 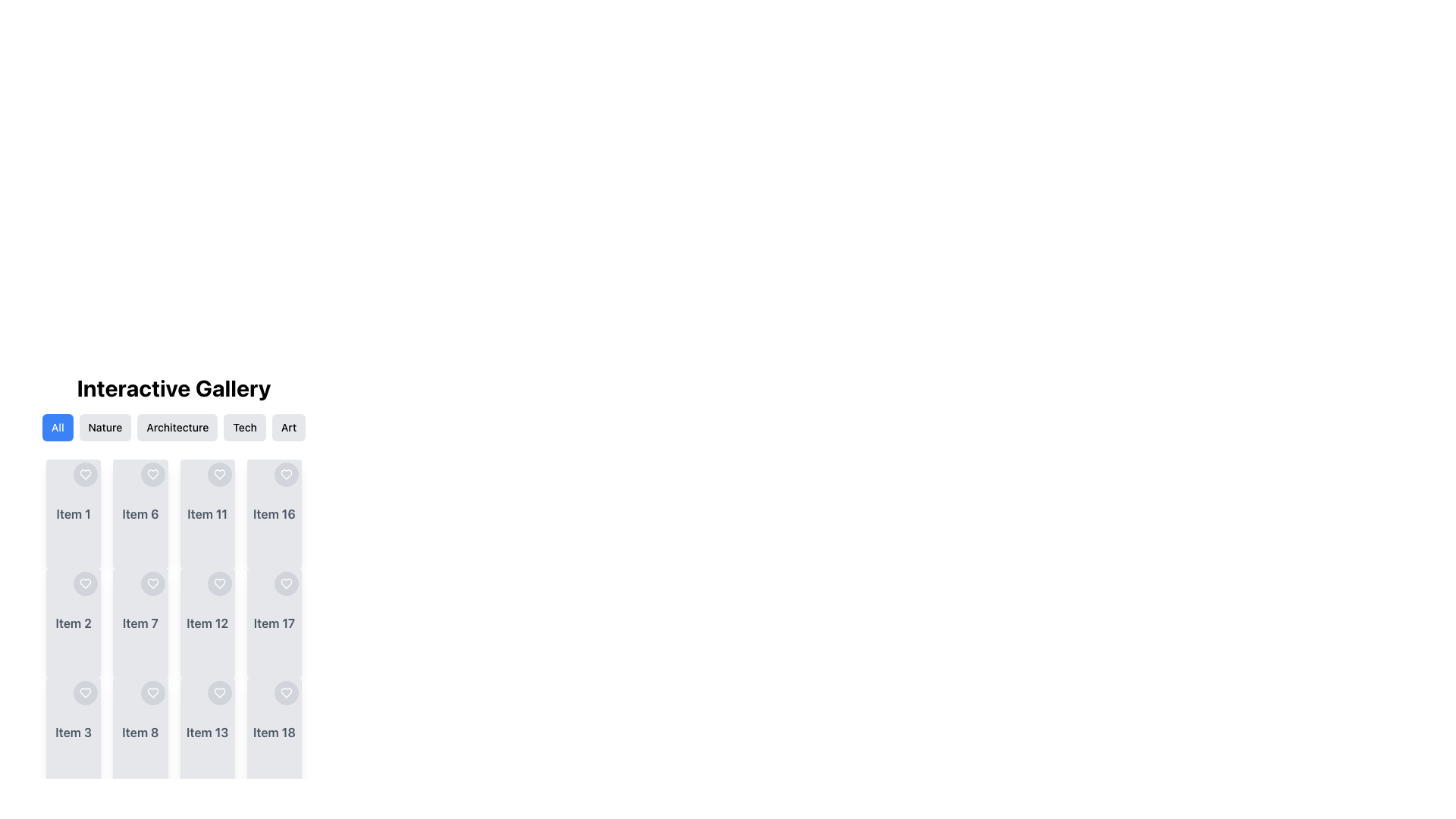 What do you see at coordinates (287, 583) in the screenshot?
I see `the state of the heart-shaped icon located in the center of the card labeled 'Item 17' within the interactive gallery interface` at bounding box center [287, 583].